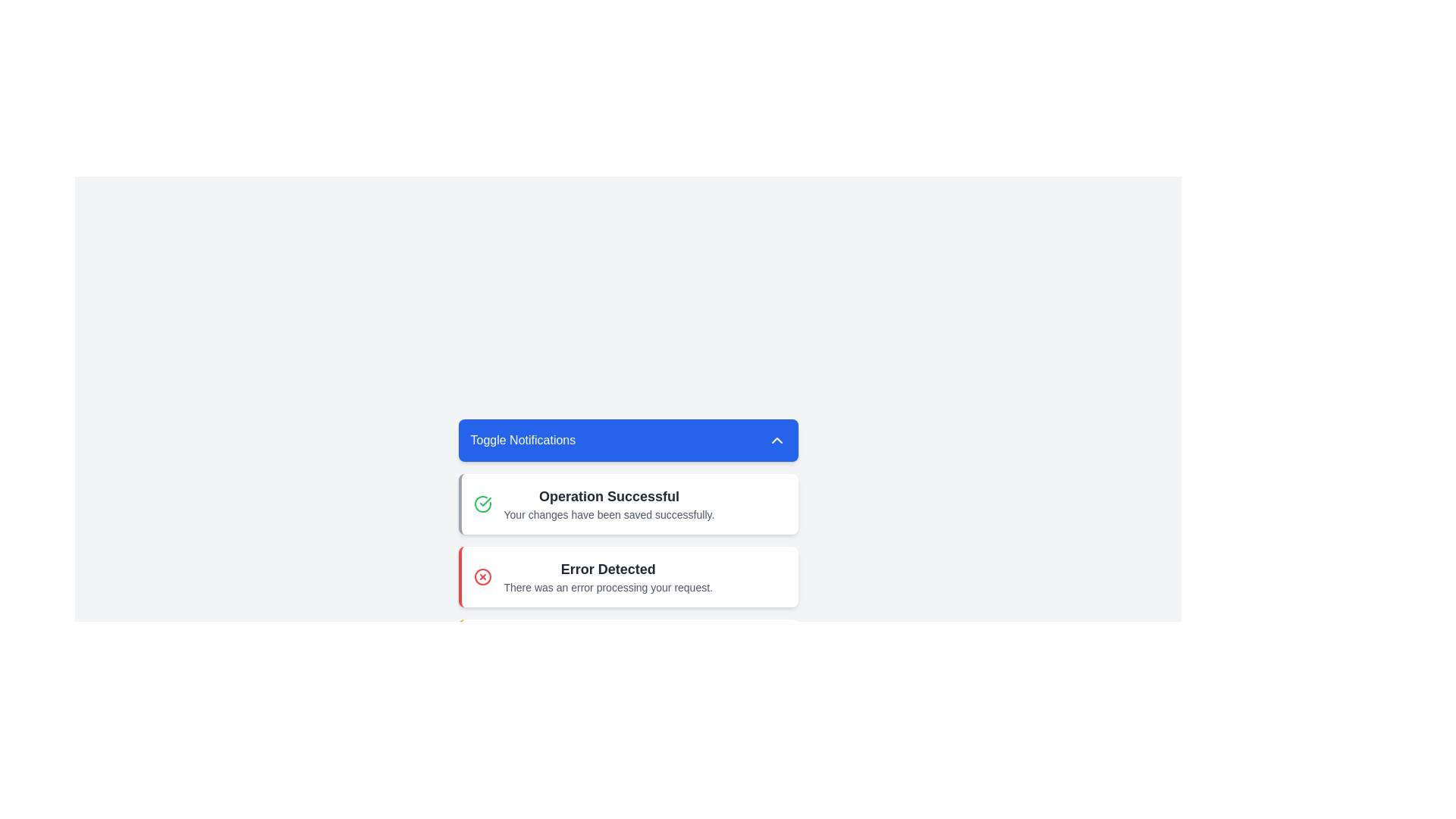  Describe the element at coordinates (609, 497) in the screenshot. I see `the Text label that serves as the title or heading for the notification message, positioned below a blue header labeled 'Toggle Notifications.'` at that location.